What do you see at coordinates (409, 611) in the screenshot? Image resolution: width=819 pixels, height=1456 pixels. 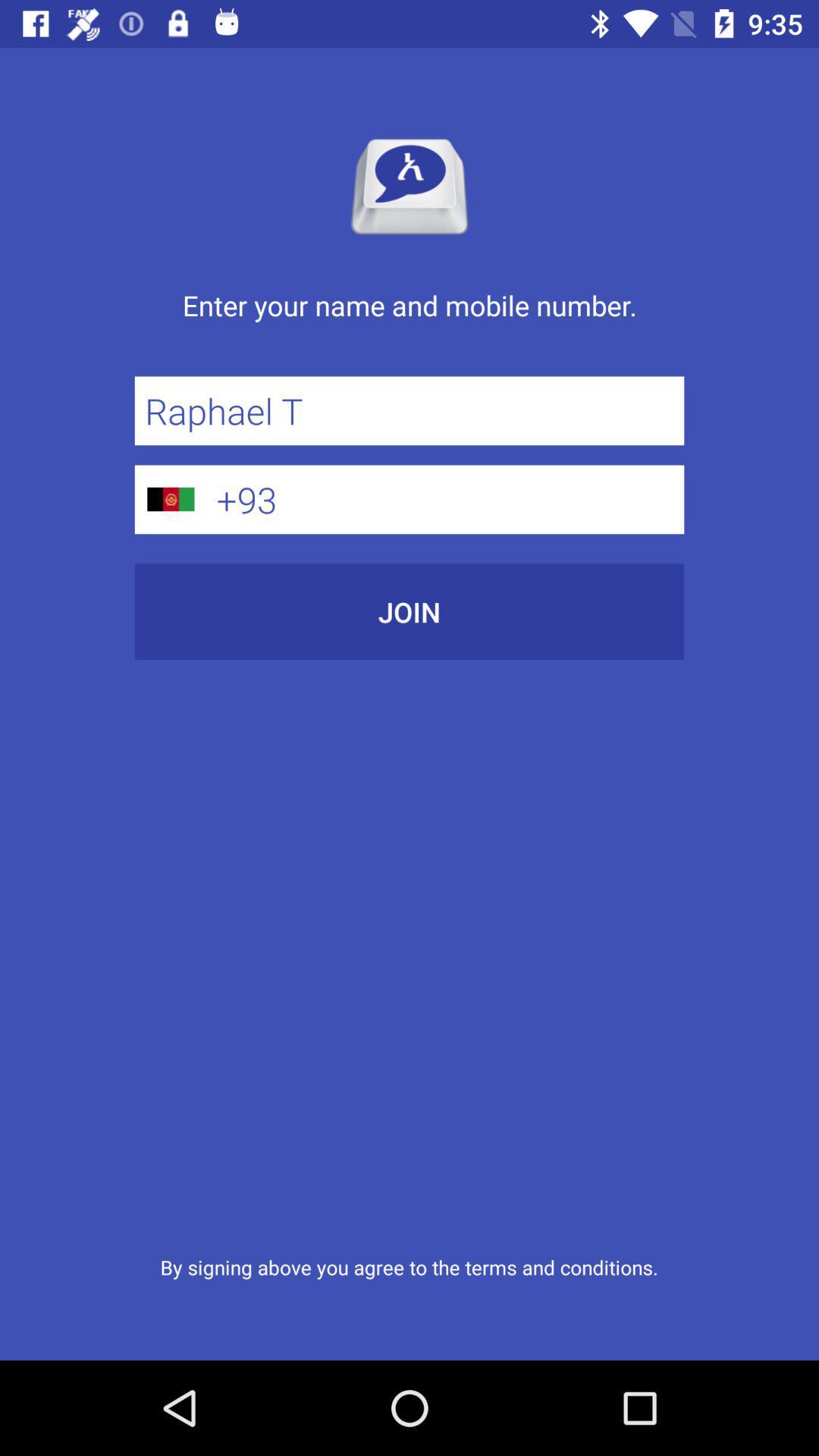 I see `icon above the by signing above icon` at bounding box center [409, 611].